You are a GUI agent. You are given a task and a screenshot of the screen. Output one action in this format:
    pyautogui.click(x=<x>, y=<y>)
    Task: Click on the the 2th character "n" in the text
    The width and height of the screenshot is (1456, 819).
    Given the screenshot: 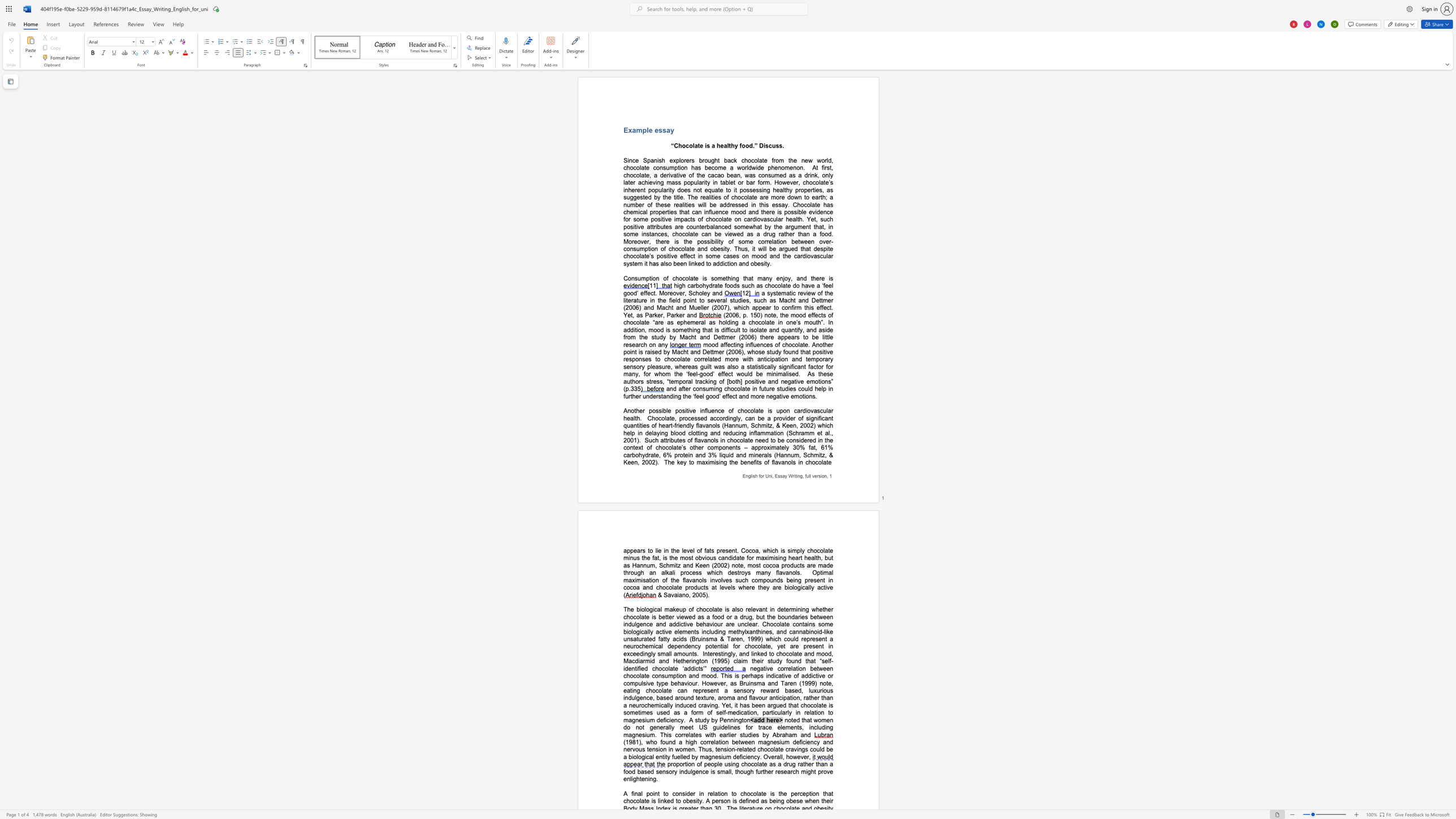 What is the action you would take?
    pyautogui.click(x=693, y=300)
    